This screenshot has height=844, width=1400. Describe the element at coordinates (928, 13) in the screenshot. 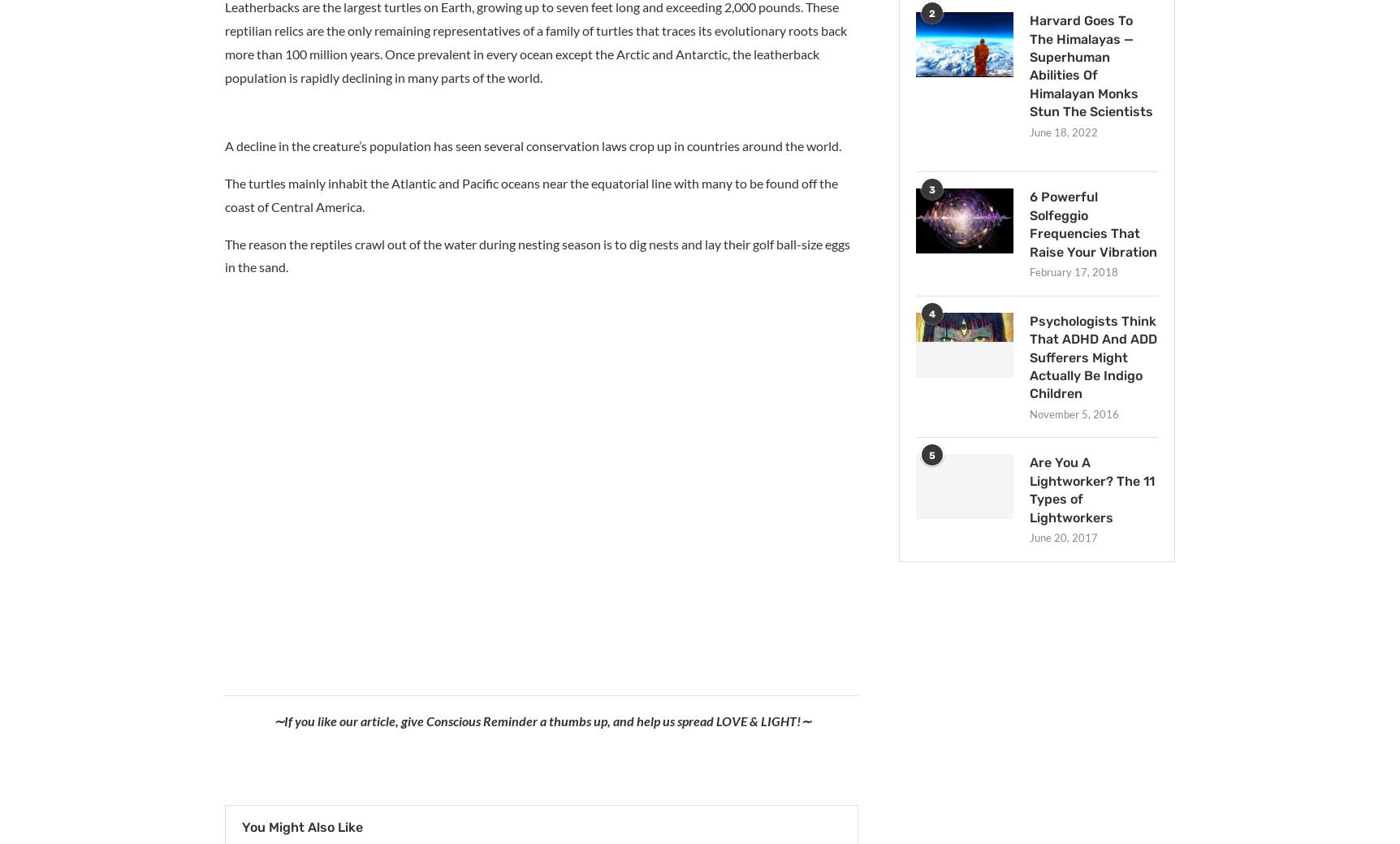

I see `'2'` at that location.